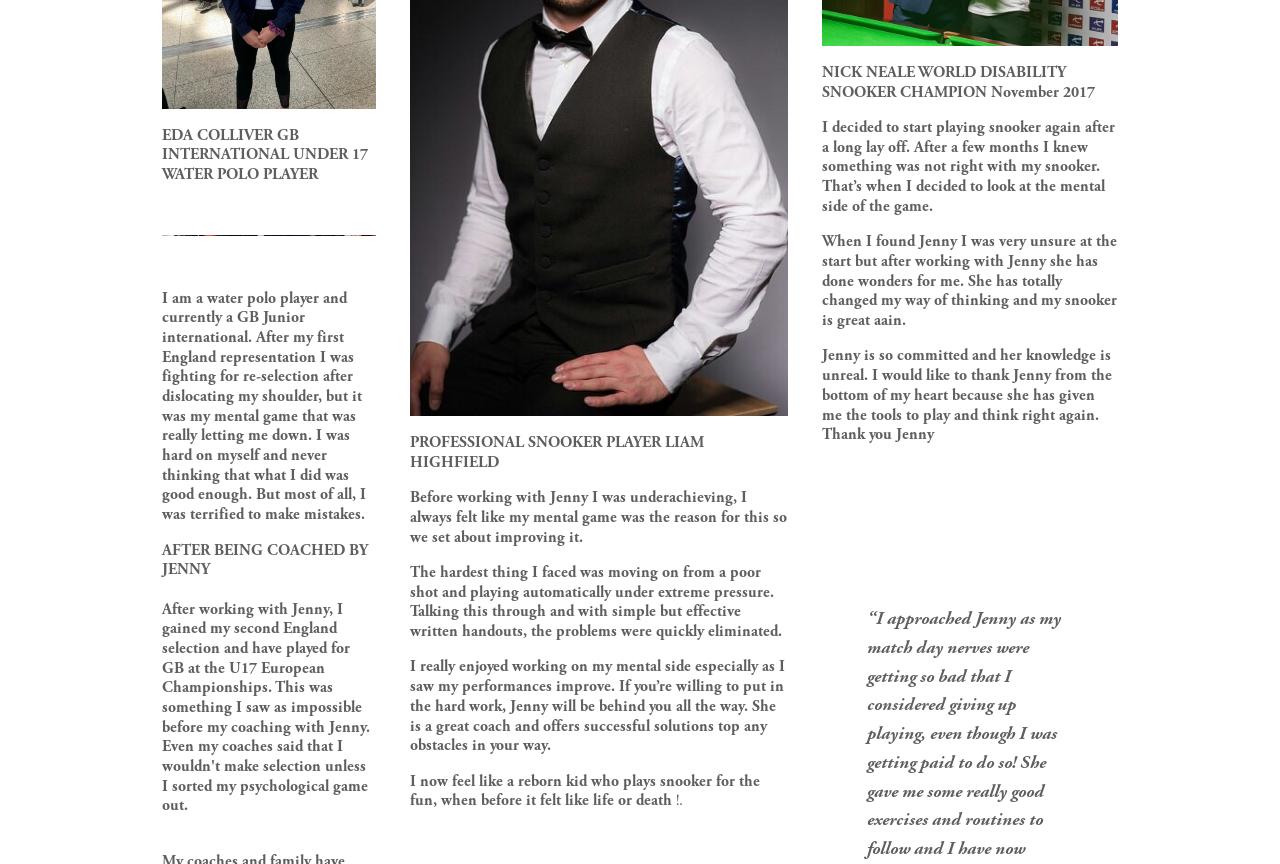 This screenshot has height=864, width=1280. Describe the element at coordinates (584, 789) in the screenshot. I see `'I now feel like a reborn kid who plays snooker for the fun, when before it felt like life or death'` at that location.